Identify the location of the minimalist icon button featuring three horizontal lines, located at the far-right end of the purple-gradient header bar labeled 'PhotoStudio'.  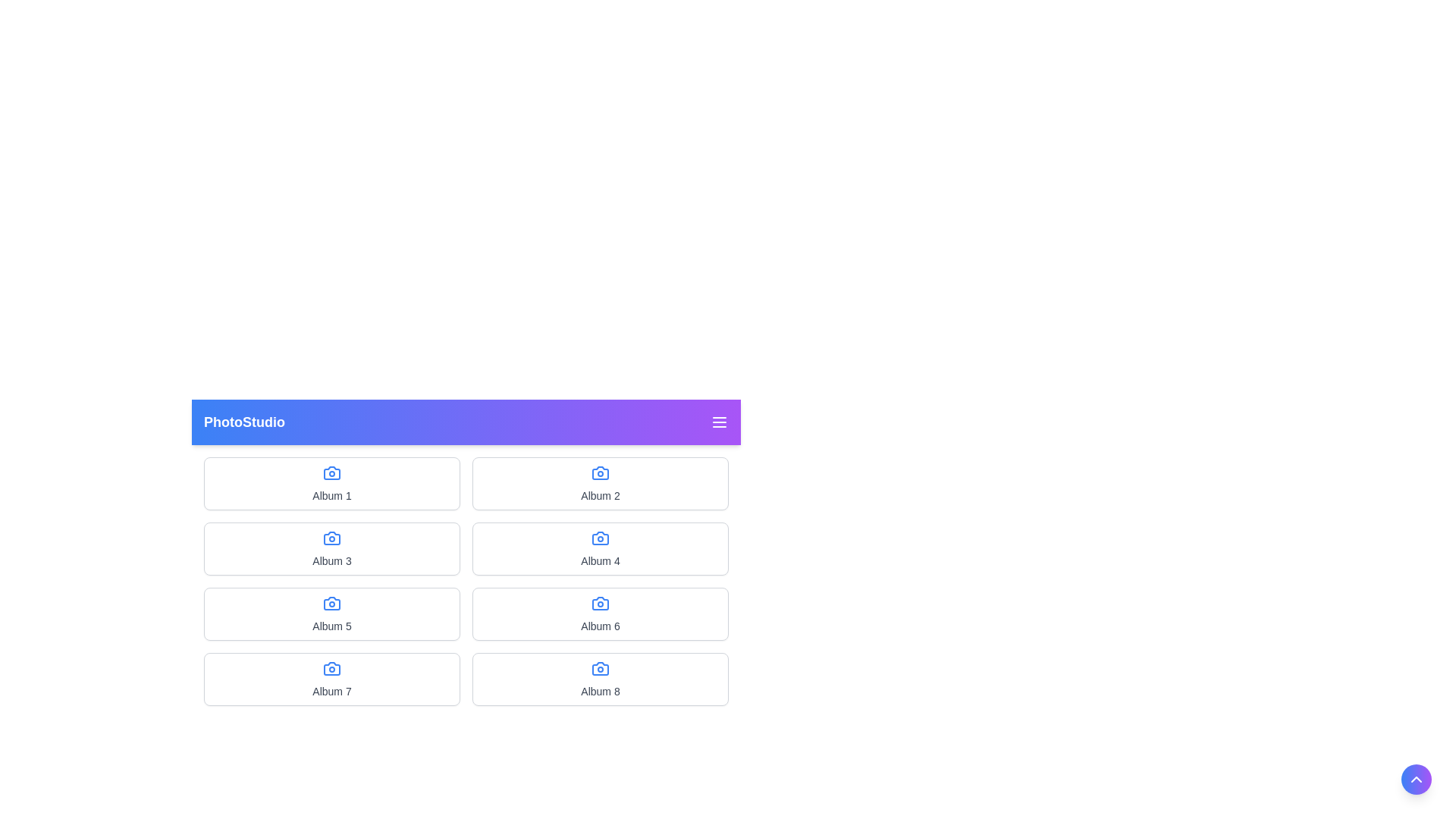
(719, 422).